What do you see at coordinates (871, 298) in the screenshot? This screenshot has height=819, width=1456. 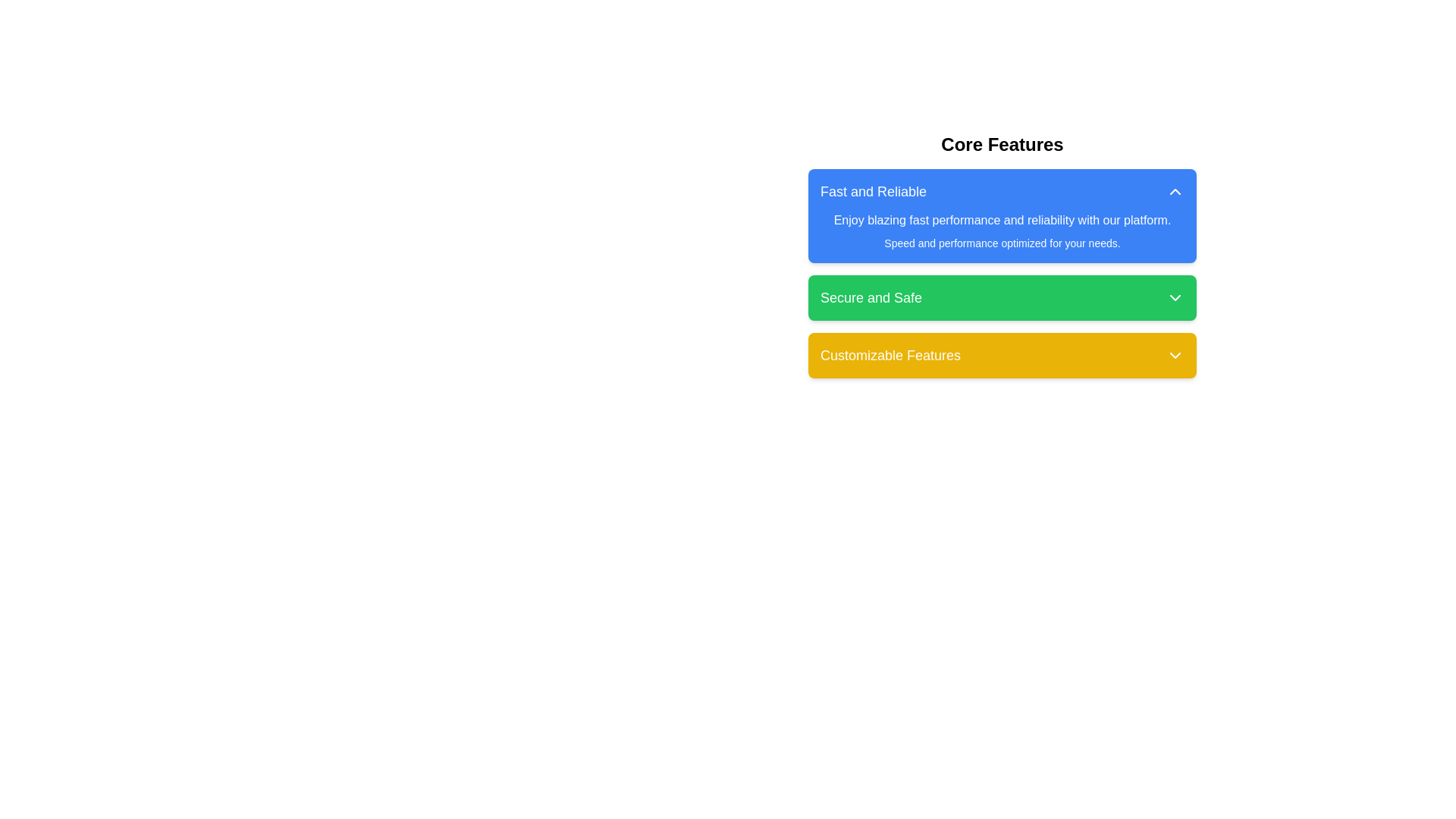 I see `the static text displaying 'Secure and Safe' which is located in a green background box, positioned between 'Fast and Reliable' and 'Customizable Features' in a vertical list` at bounding box center [871, 298].